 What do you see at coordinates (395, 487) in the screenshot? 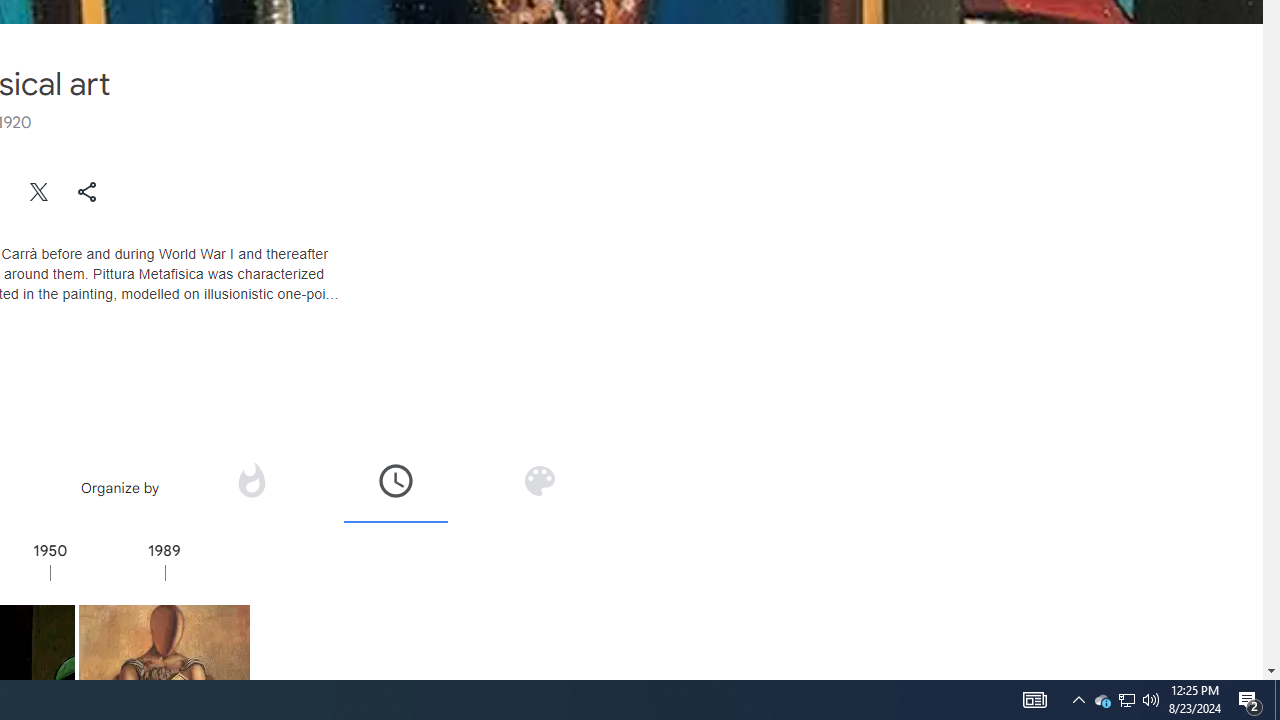
I see `'Organize by time'` at bounding box center [395, 487].